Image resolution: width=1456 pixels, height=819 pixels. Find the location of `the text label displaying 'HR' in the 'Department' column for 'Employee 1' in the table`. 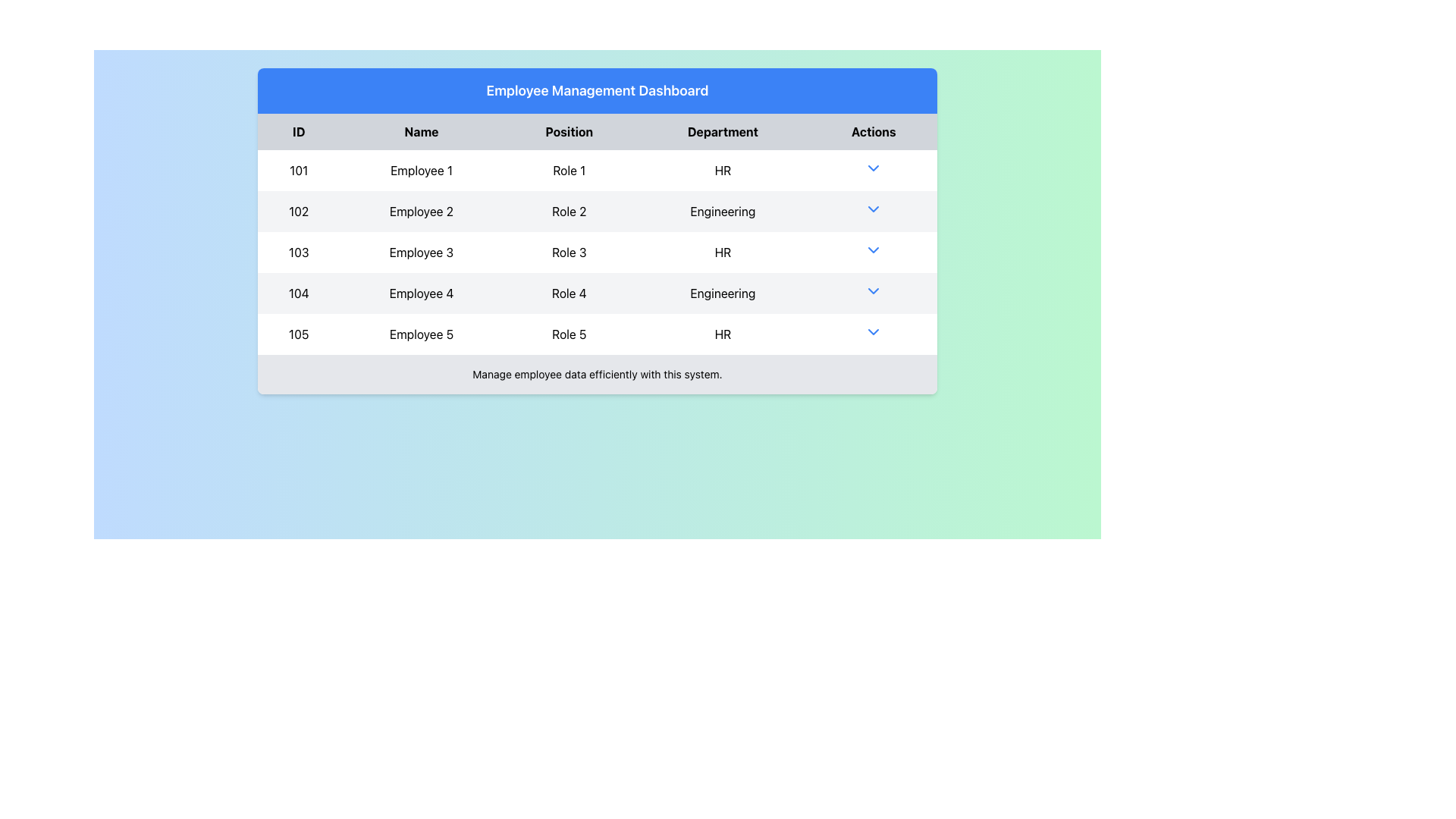

the text label displaying 'HR' in the 'Department' column for 'Employee 1' in the table is located at coordinates (722, 170).